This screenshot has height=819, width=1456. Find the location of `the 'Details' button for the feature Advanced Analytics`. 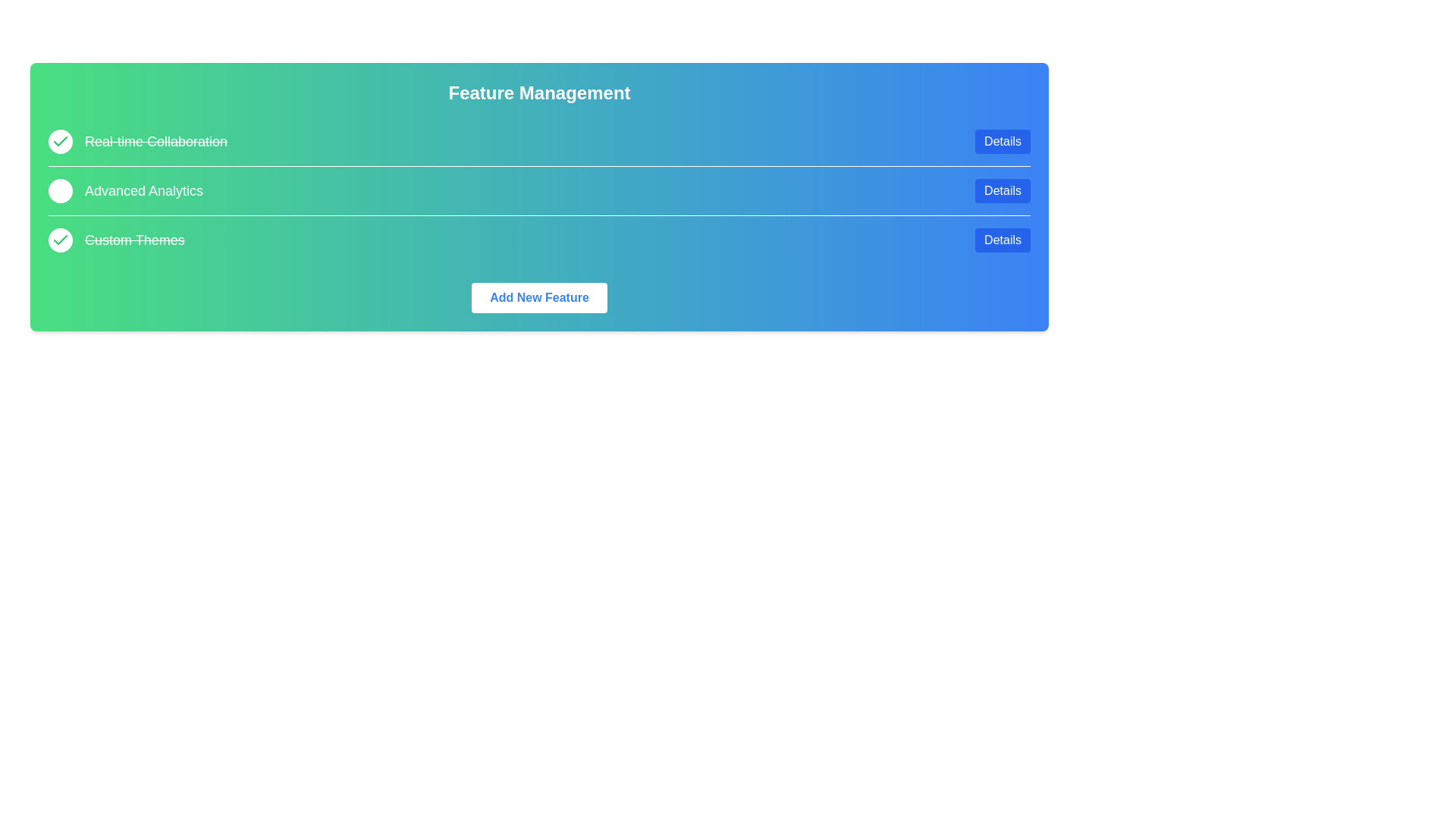

the 'Details' button for the feature Advanced Analytics is located at coordinates (1003, 190).